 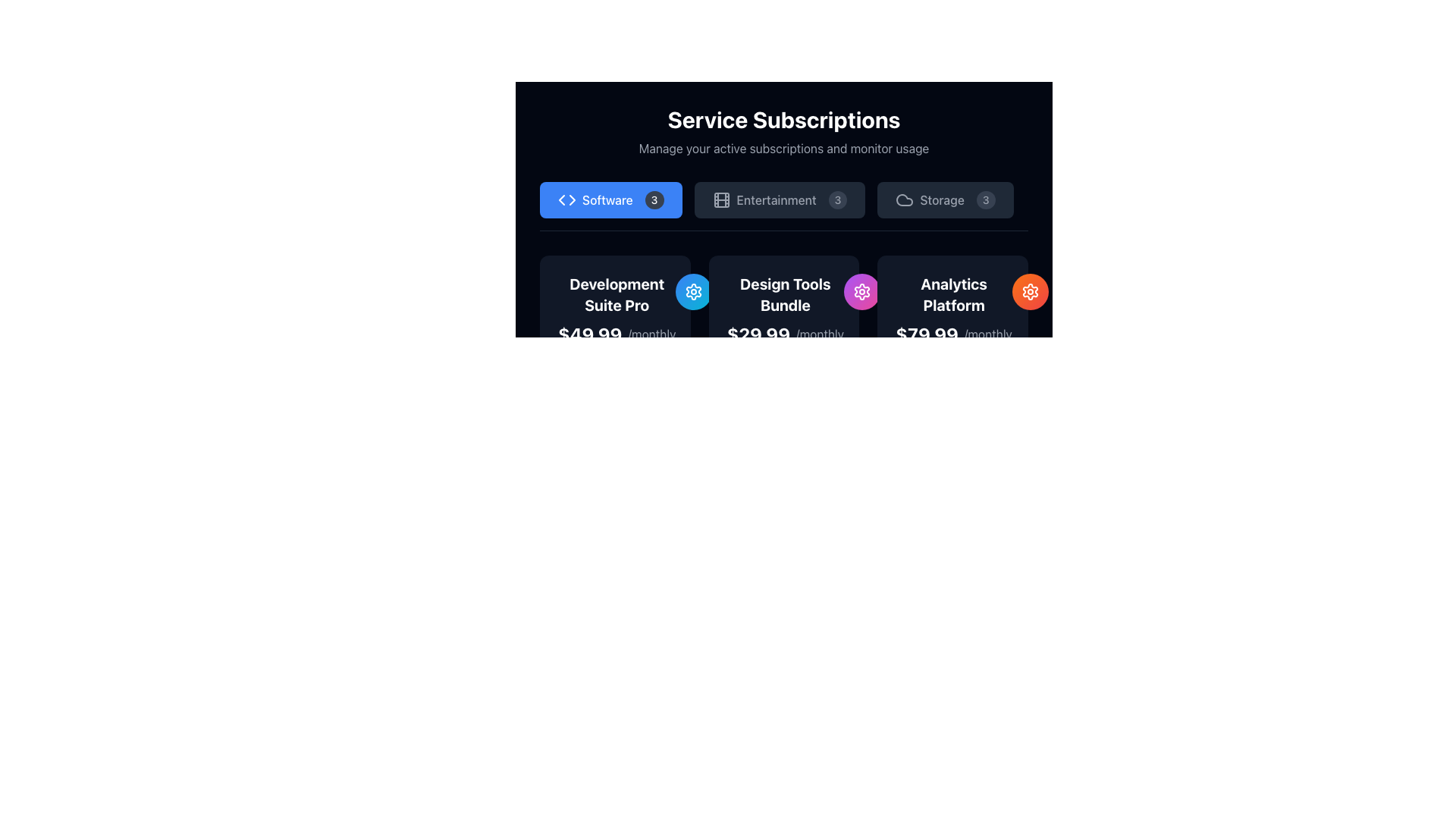 I want to click on pricing information displayed as '$29.99' in a bold, large white font against a dark background, located under the header 'Design Tools Bundle' in the middle column of the layout, so click(x=758, y=333).